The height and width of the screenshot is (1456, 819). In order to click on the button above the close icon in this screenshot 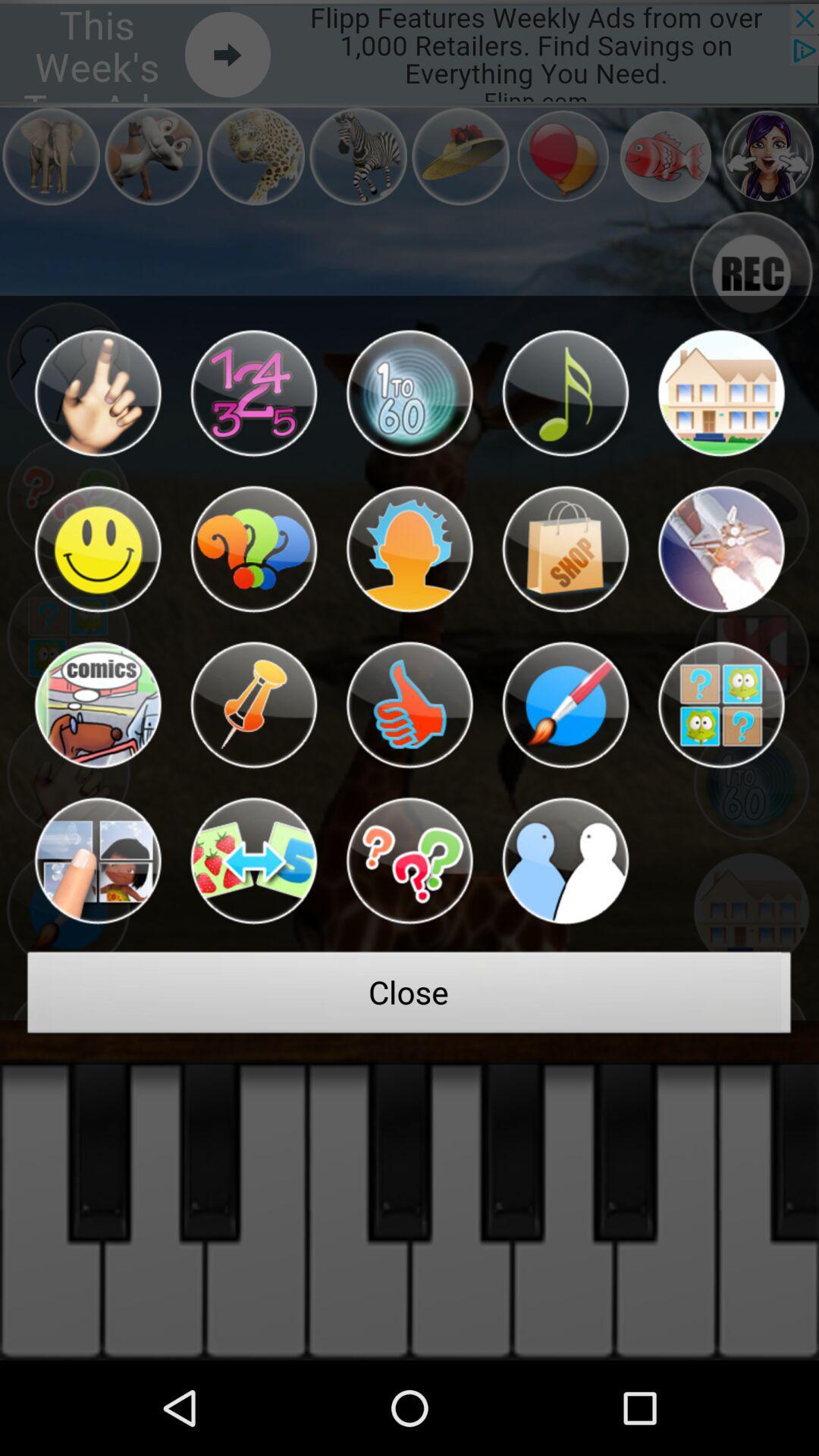, I will do `click(97, 861)`.